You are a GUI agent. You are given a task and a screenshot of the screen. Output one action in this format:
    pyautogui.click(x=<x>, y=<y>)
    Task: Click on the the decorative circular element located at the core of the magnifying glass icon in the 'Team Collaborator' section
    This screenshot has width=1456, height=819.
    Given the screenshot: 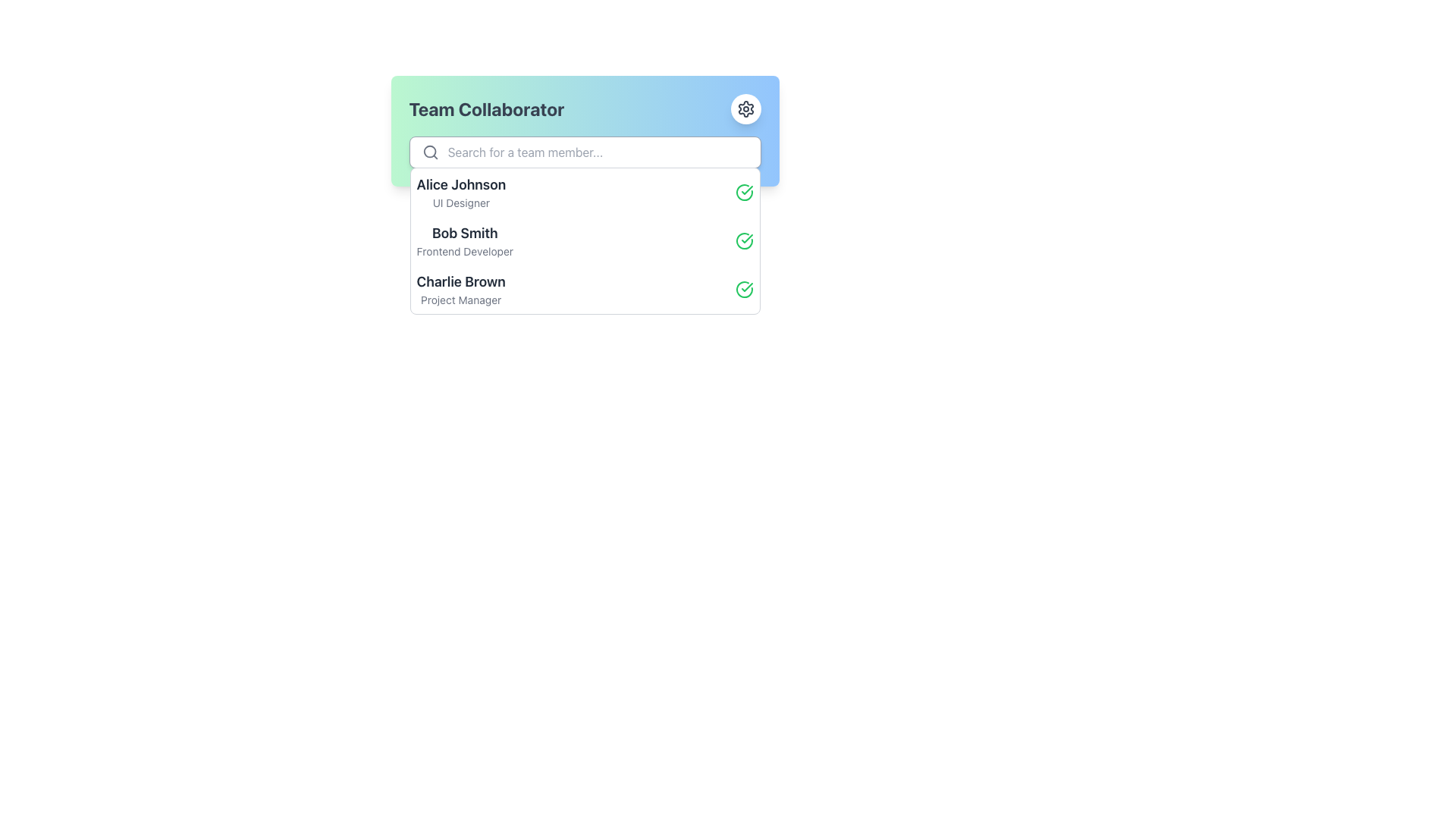 What is the action you would take?
    pyautogui.click(x=428, y=152)
    